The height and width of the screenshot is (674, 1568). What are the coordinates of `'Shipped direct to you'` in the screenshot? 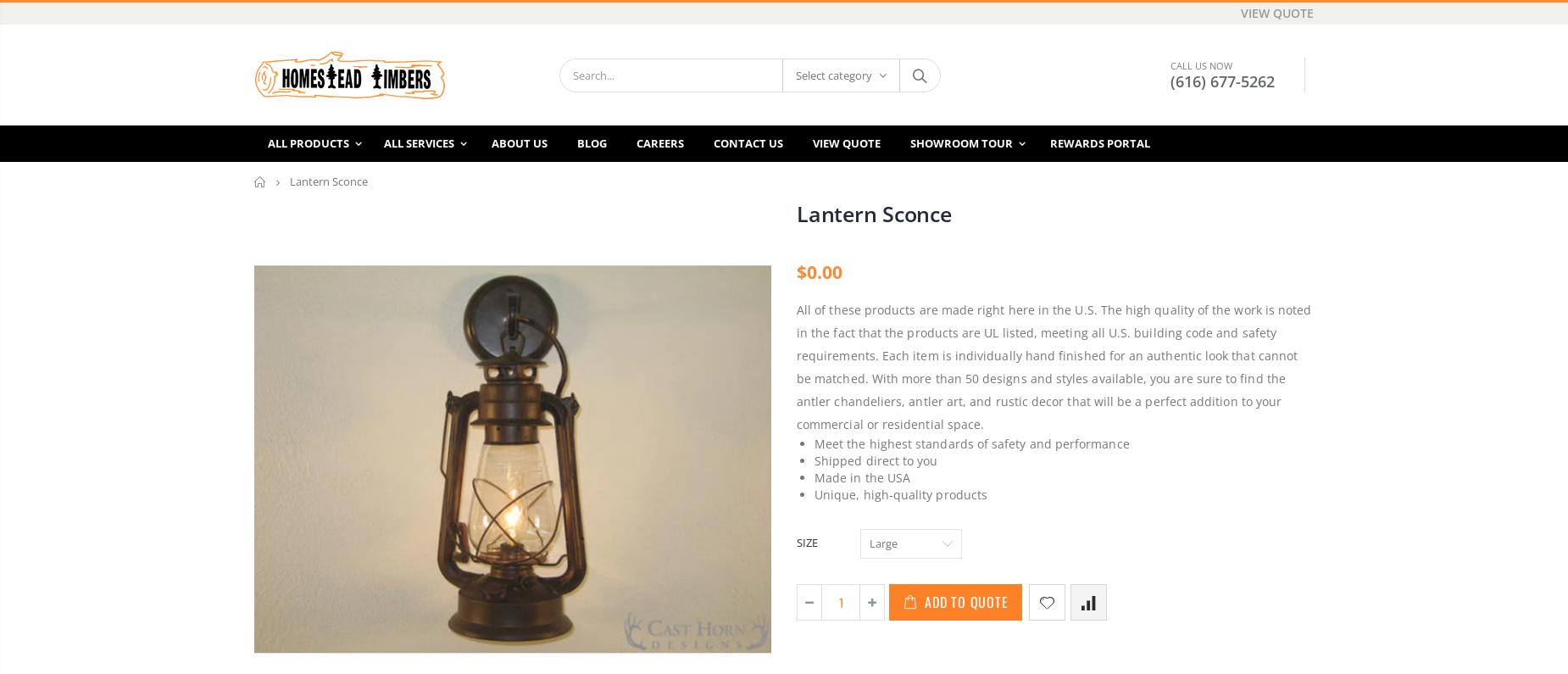 It's located at (875, 460).